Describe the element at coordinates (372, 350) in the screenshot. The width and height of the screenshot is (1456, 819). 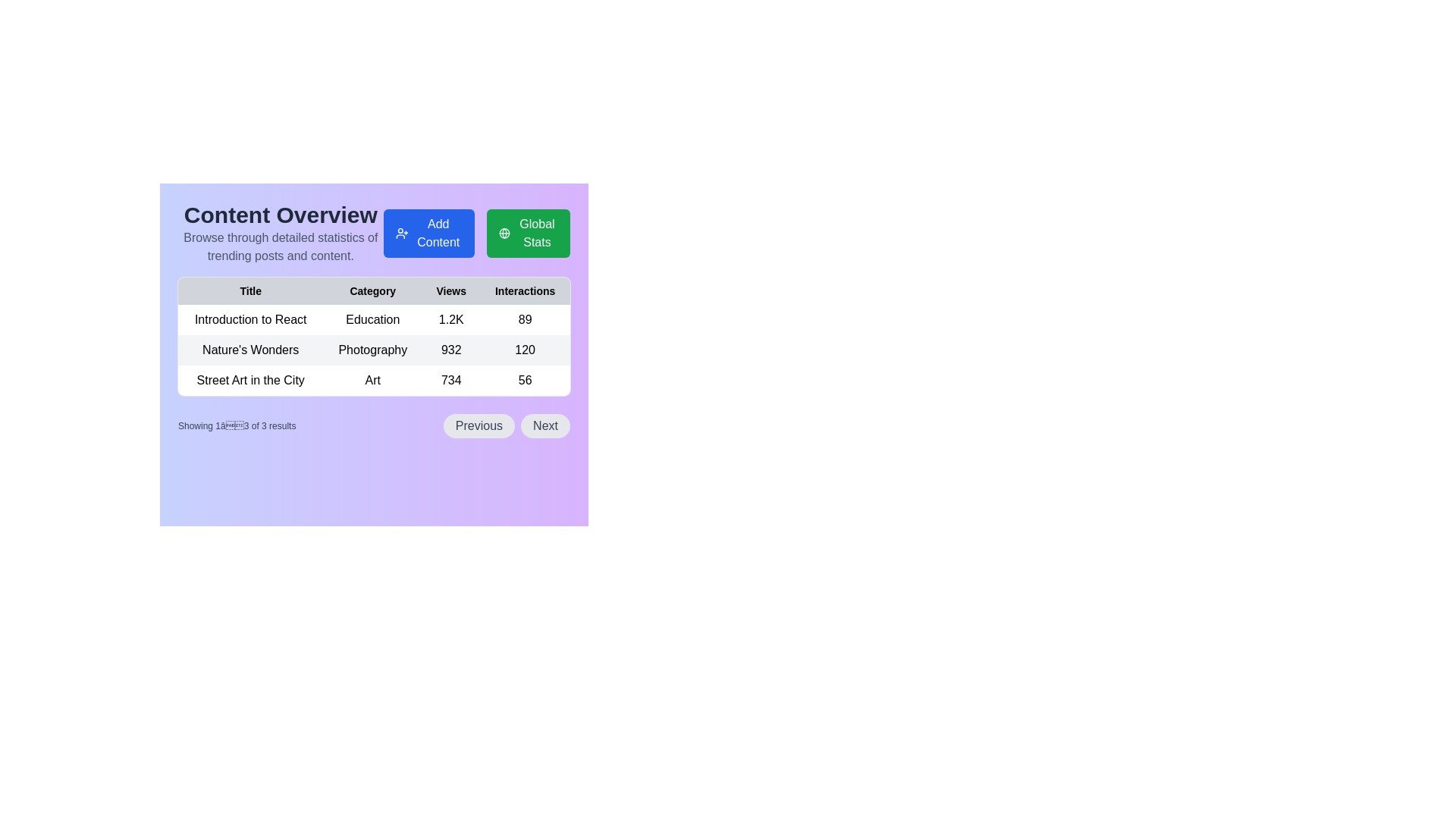
I see `the Text Label that serves as a category descriptor for the entry 'Nature's Wonders', located in the second row of the data table under the 'Category' column` at that location.